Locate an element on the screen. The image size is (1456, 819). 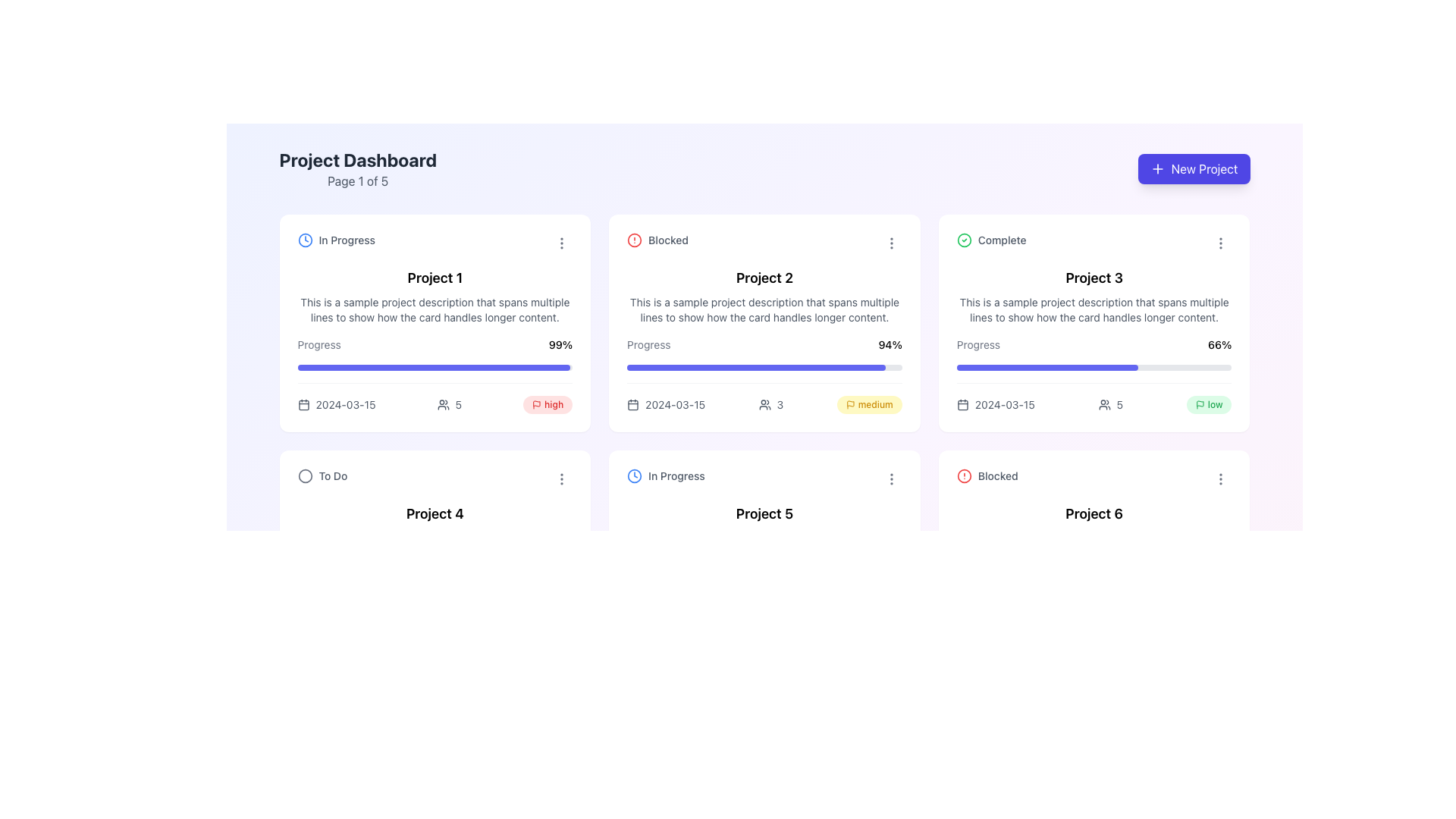
the vertical ellipsis icon inside the circular button located at the upper-right corner of the Project 2 card is located at coordinates (891, 242).